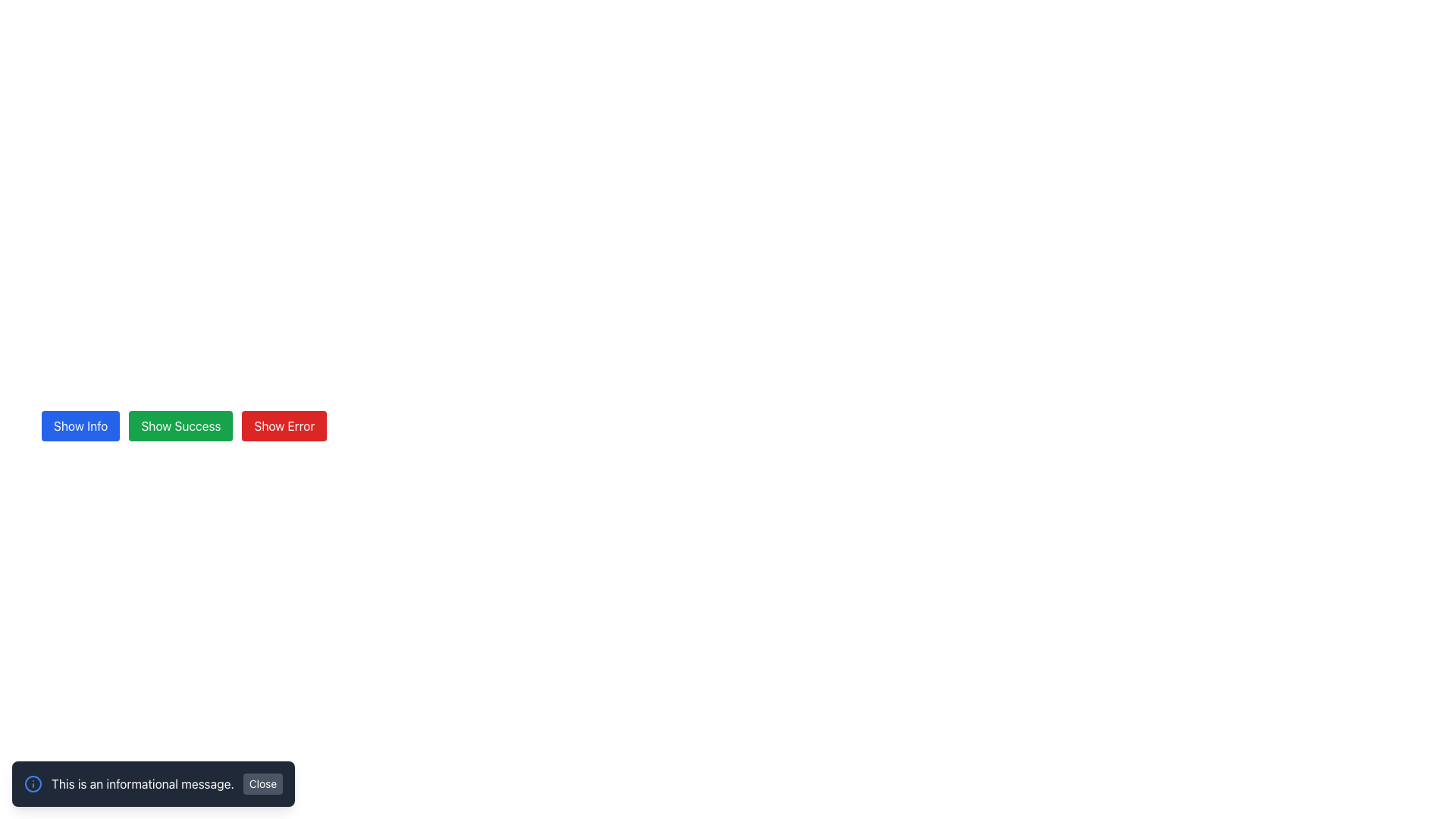  I want to click on the circular blue icon with an 'i' symbol, representing informational context, located on the left within the notification banner at the bottom-left of the interface, so click(33, 783).